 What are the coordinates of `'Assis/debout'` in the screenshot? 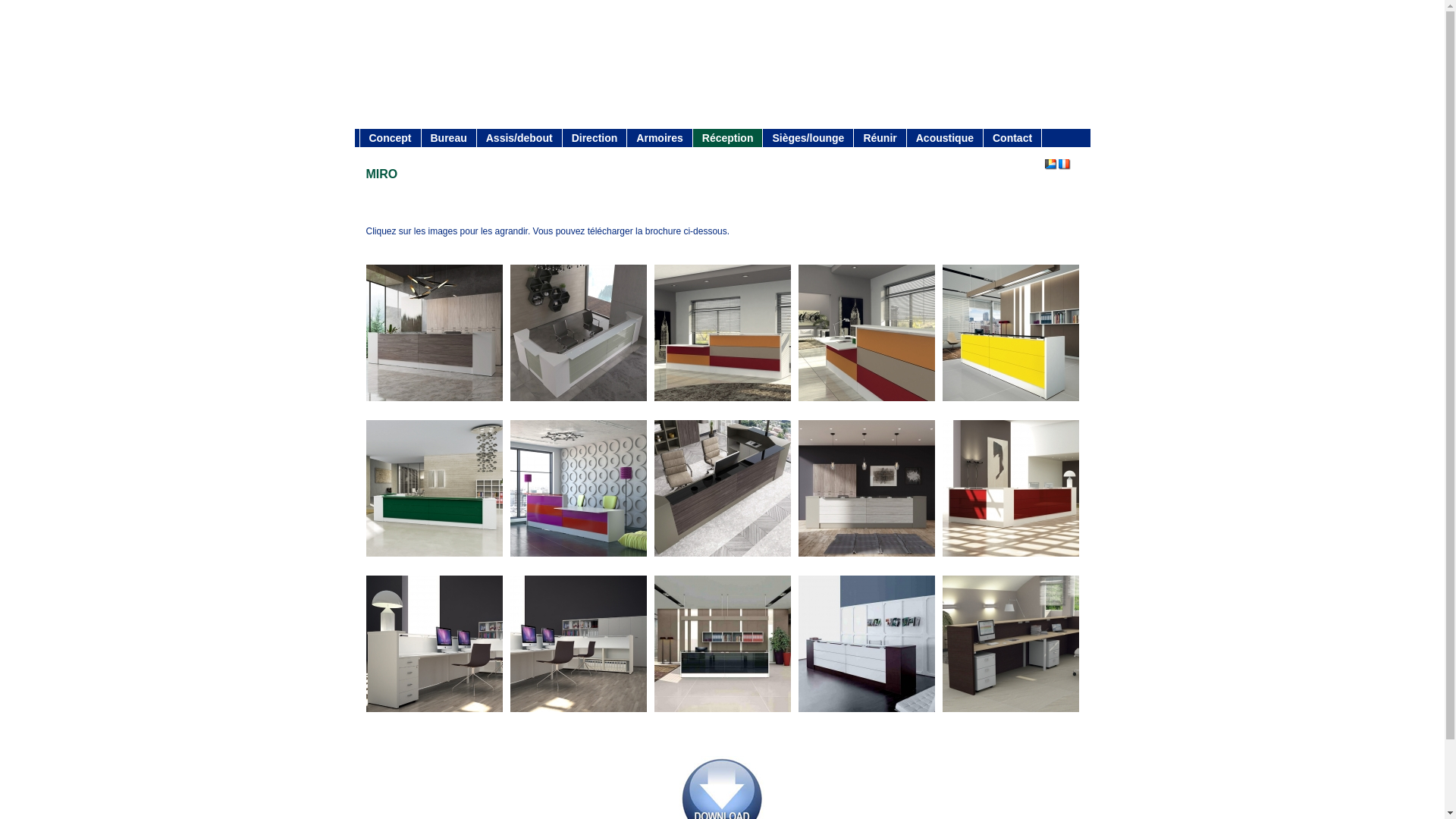 It's located at (519, 137).